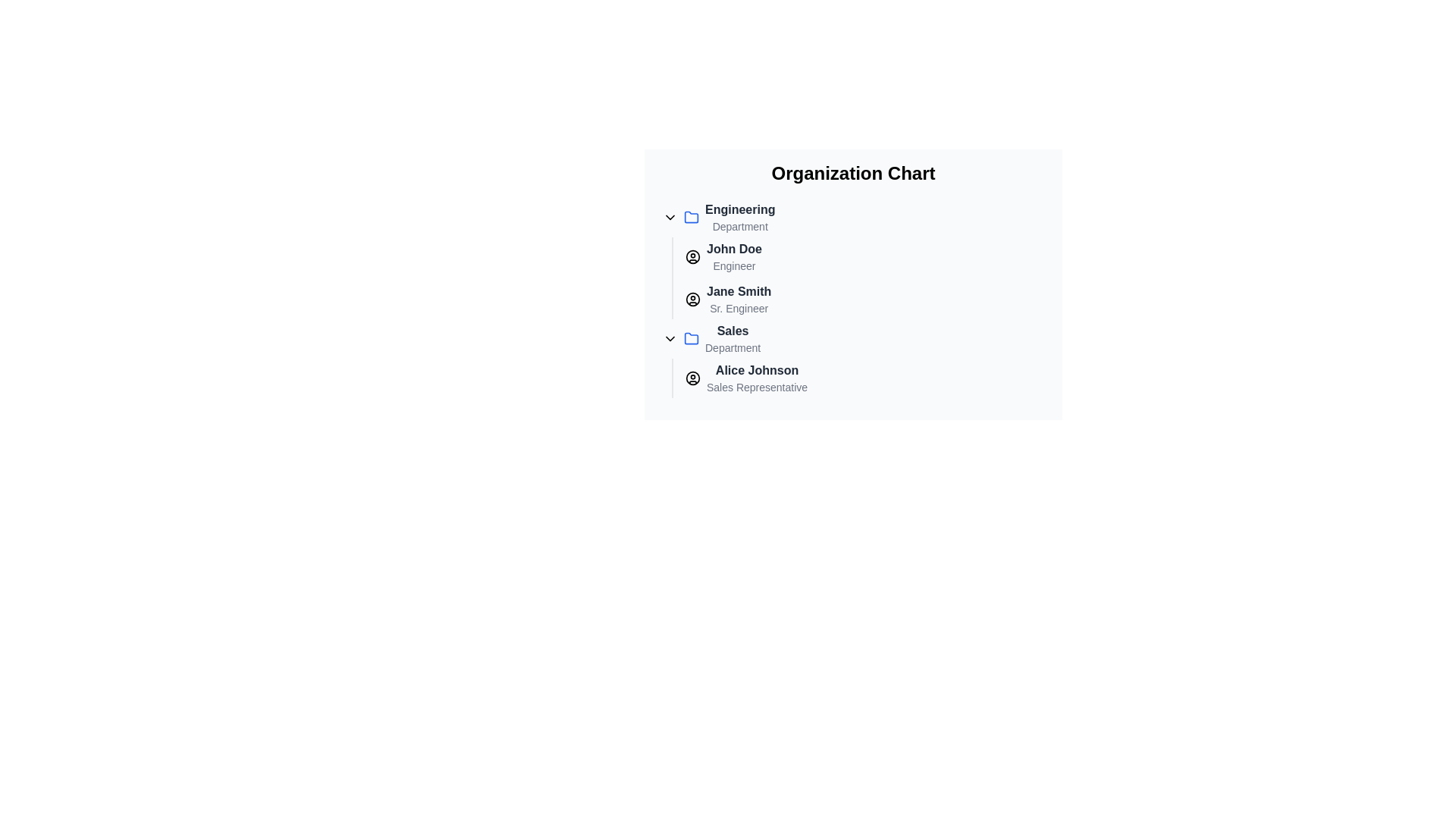 This screenshot has width=1456, height=819. What do you see at coordinates (692, 377) in the screenshot?
I see `the circular user icon representing 'Alice Johnson' in the Sales section of the organizational chart` at bounding box center [692, 377].